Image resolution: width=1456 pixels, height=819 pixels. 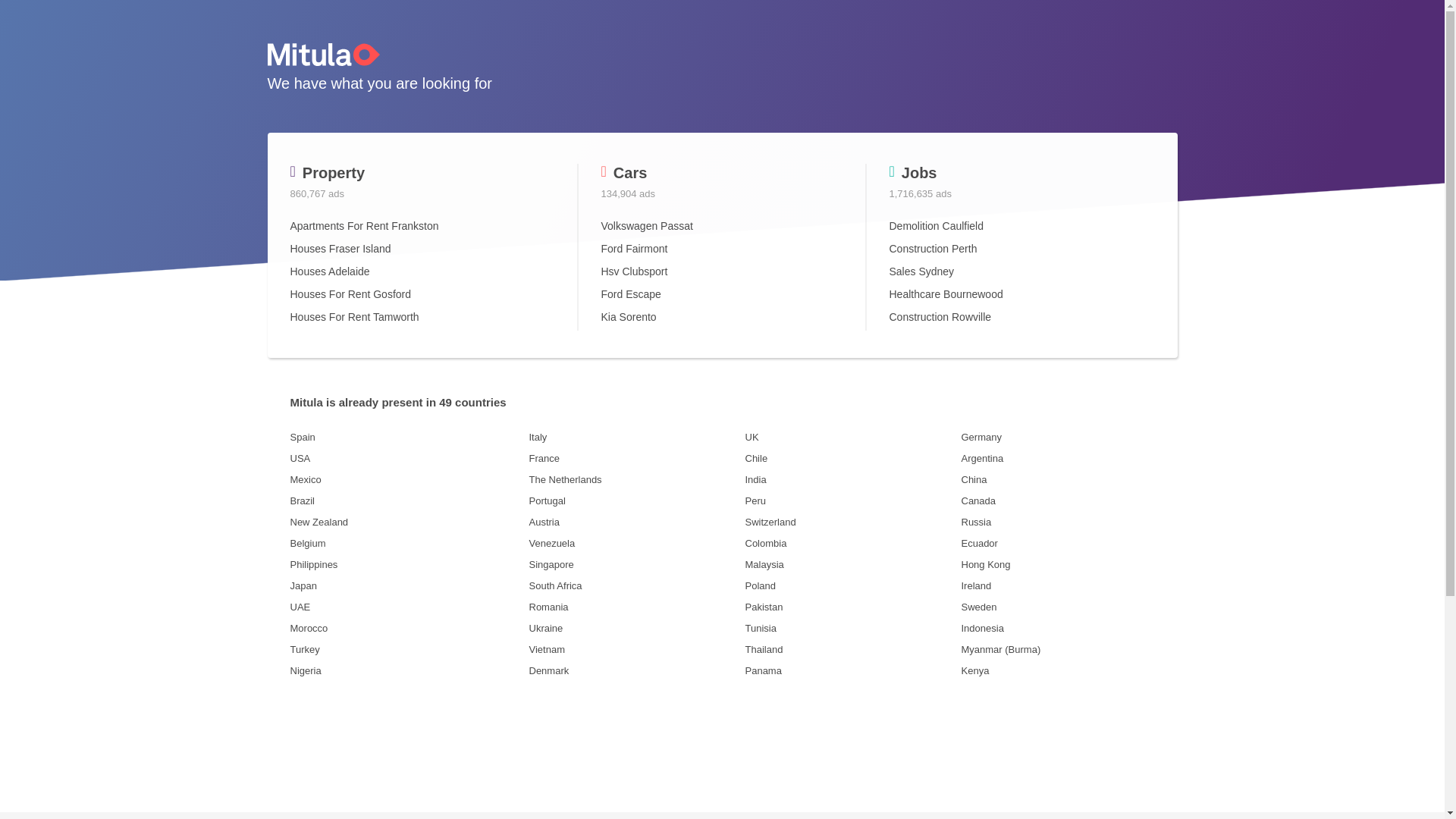 What do you see at coordinates (852, 479) in the screenshot?
I see `'India'` at bounding box center [852, 479].